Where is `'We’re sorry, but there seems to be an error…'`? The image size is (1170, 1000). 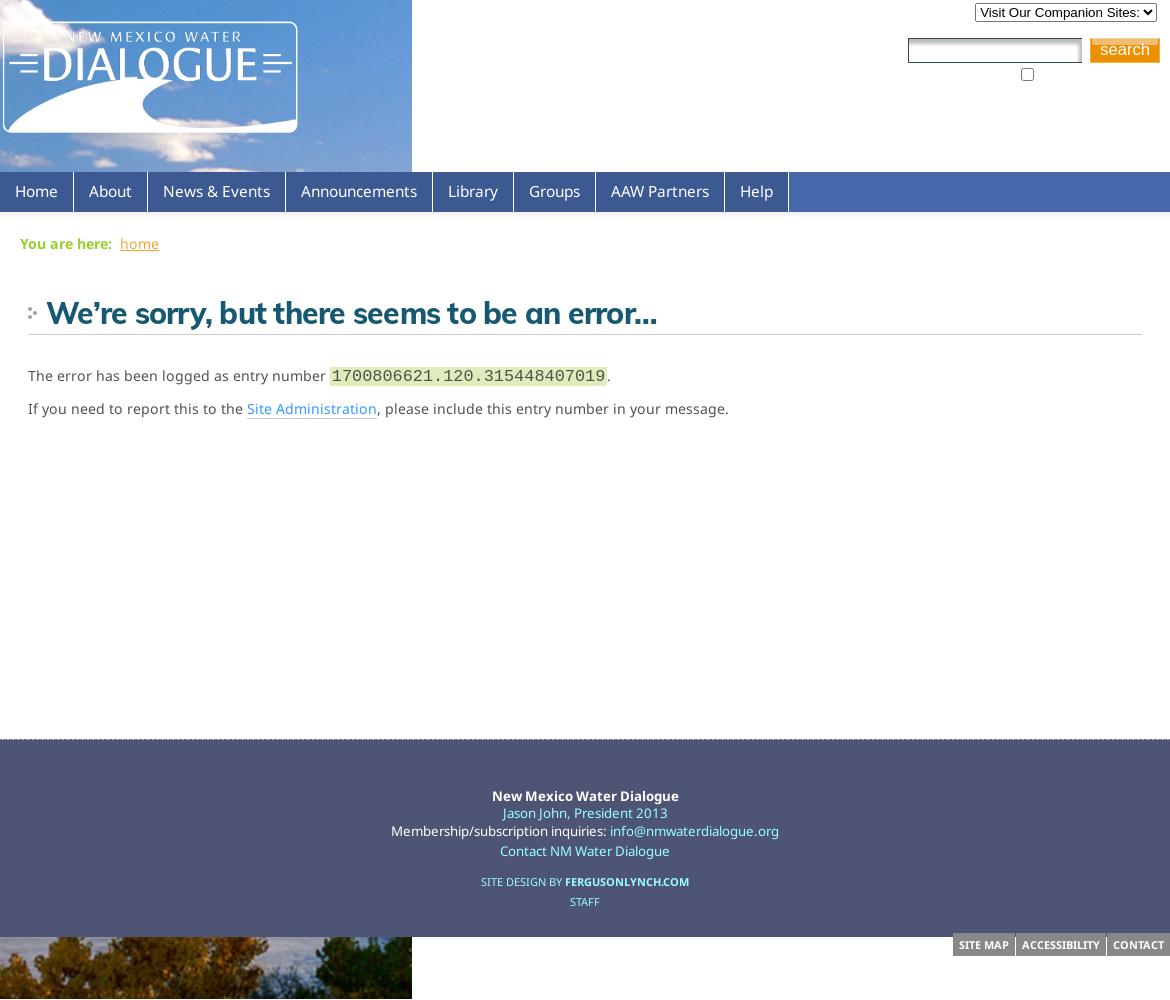
'We’re sorry, but there seems to be an error…' is located at coordinates (350, 312).